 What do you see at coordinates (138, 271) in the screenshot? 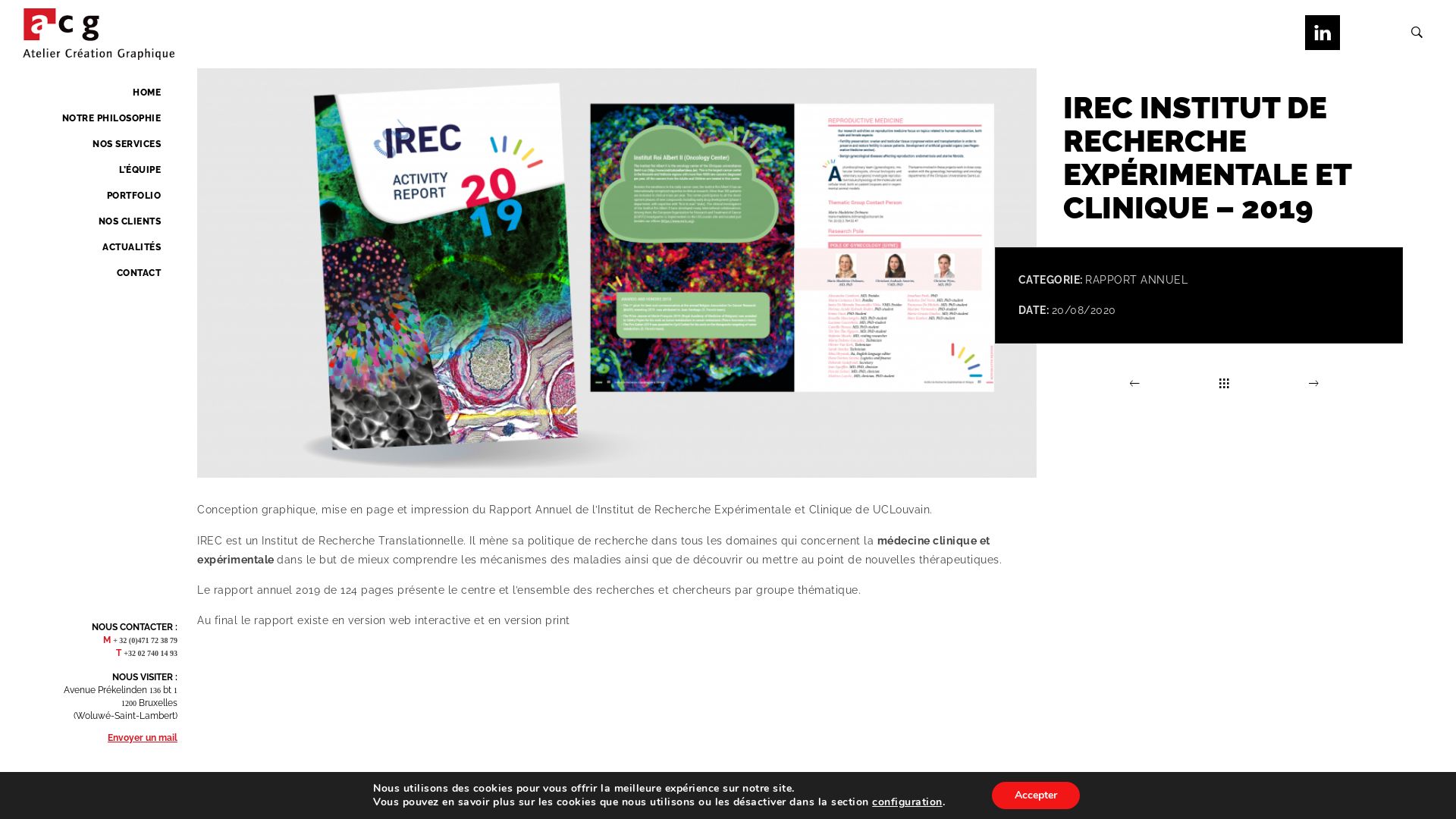
I see `'CONTACT'` at bounding box center [138, 271].